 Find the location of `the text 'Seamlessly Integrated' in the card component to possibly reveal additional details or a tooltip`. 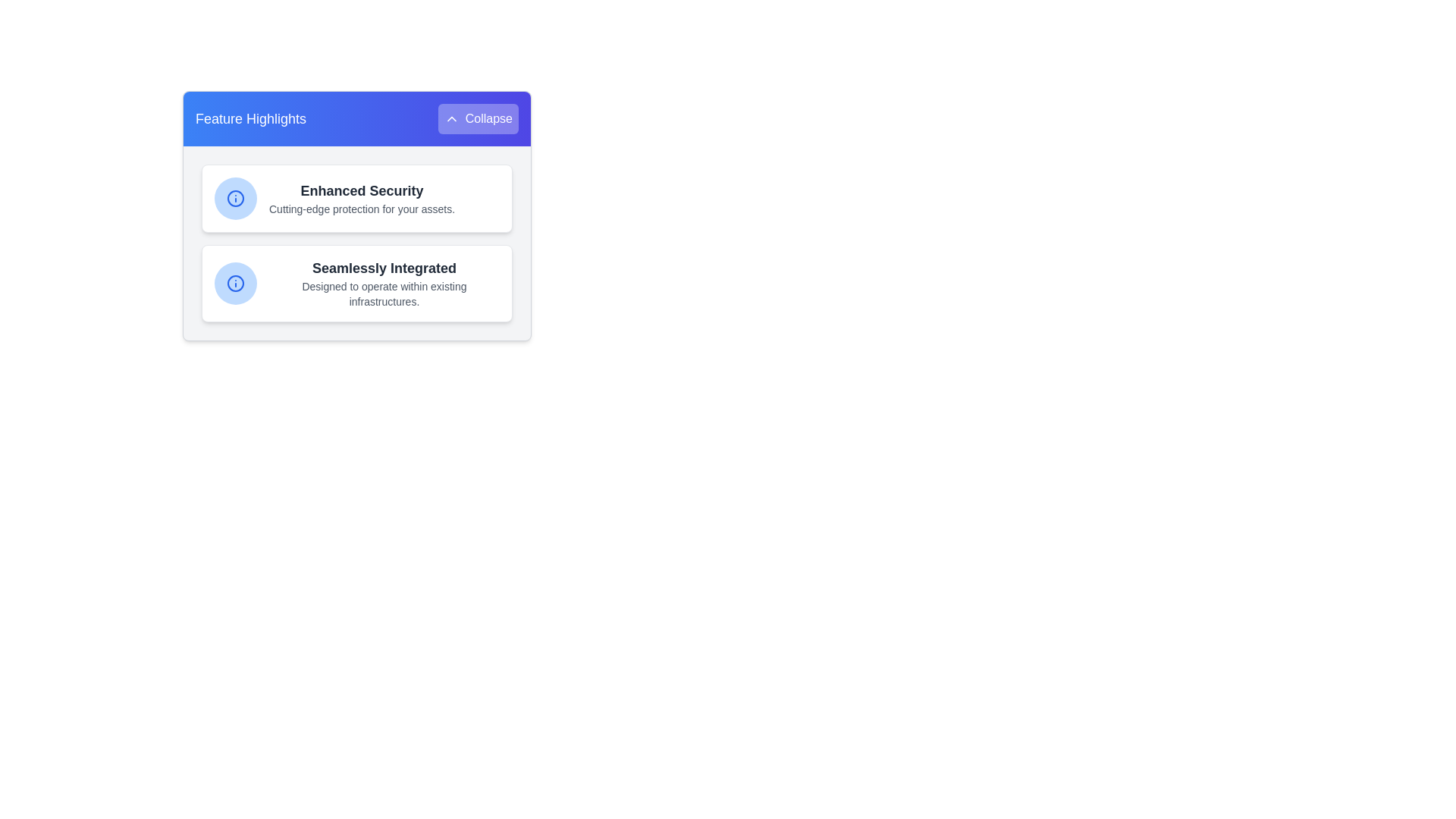

the text 'Seamlessly Integrated' in the card component to possibly reveal additional details or a tooltip is located at coordinates (384, 284).